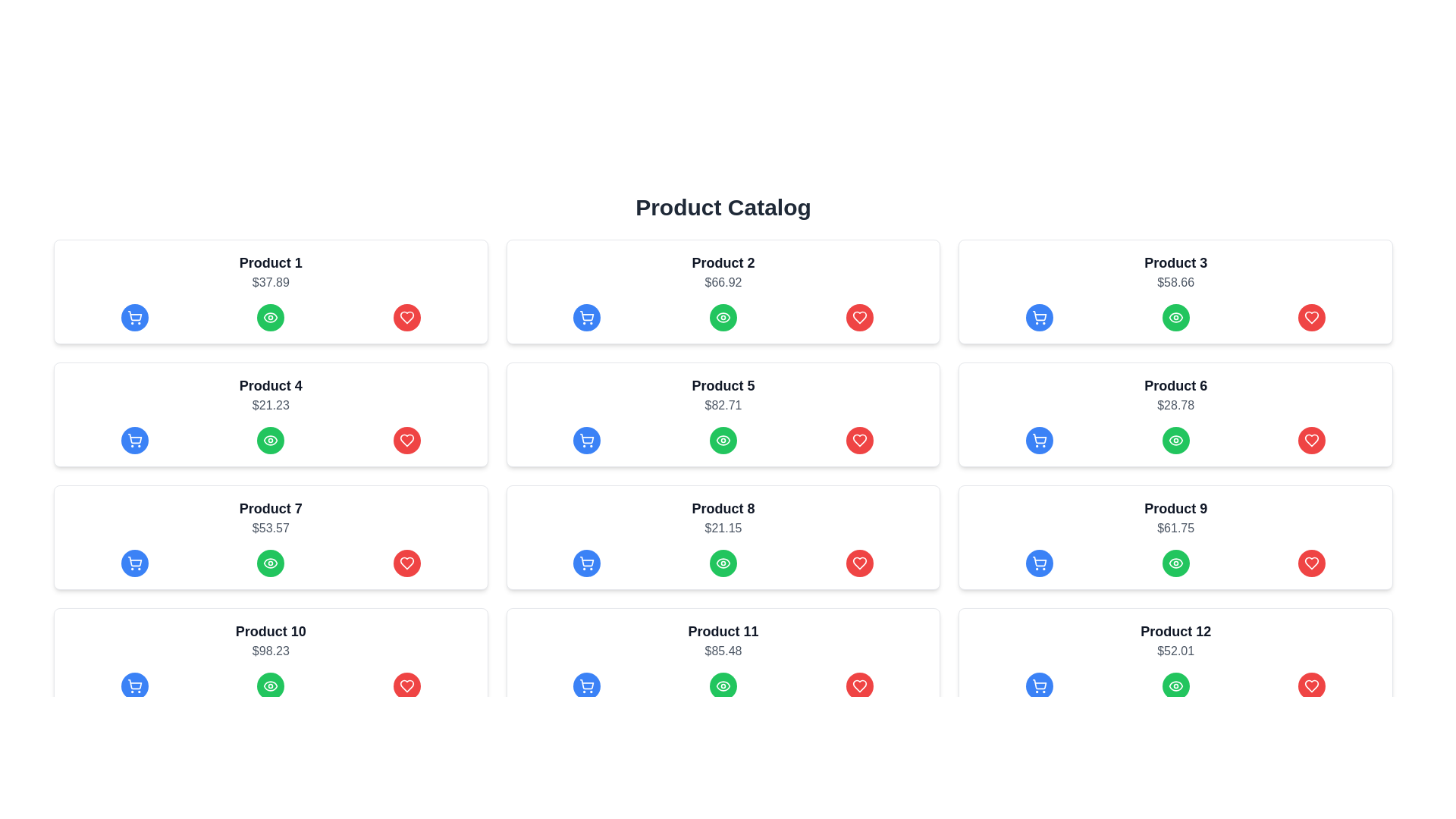 The width and height of the screenshot is (1456, 819). I want to click on text value displayed in the text label styled with gray color that shows '$28.78', located within the 'Product 6' card beneath the title 'Product 6', so click(1175, 405).